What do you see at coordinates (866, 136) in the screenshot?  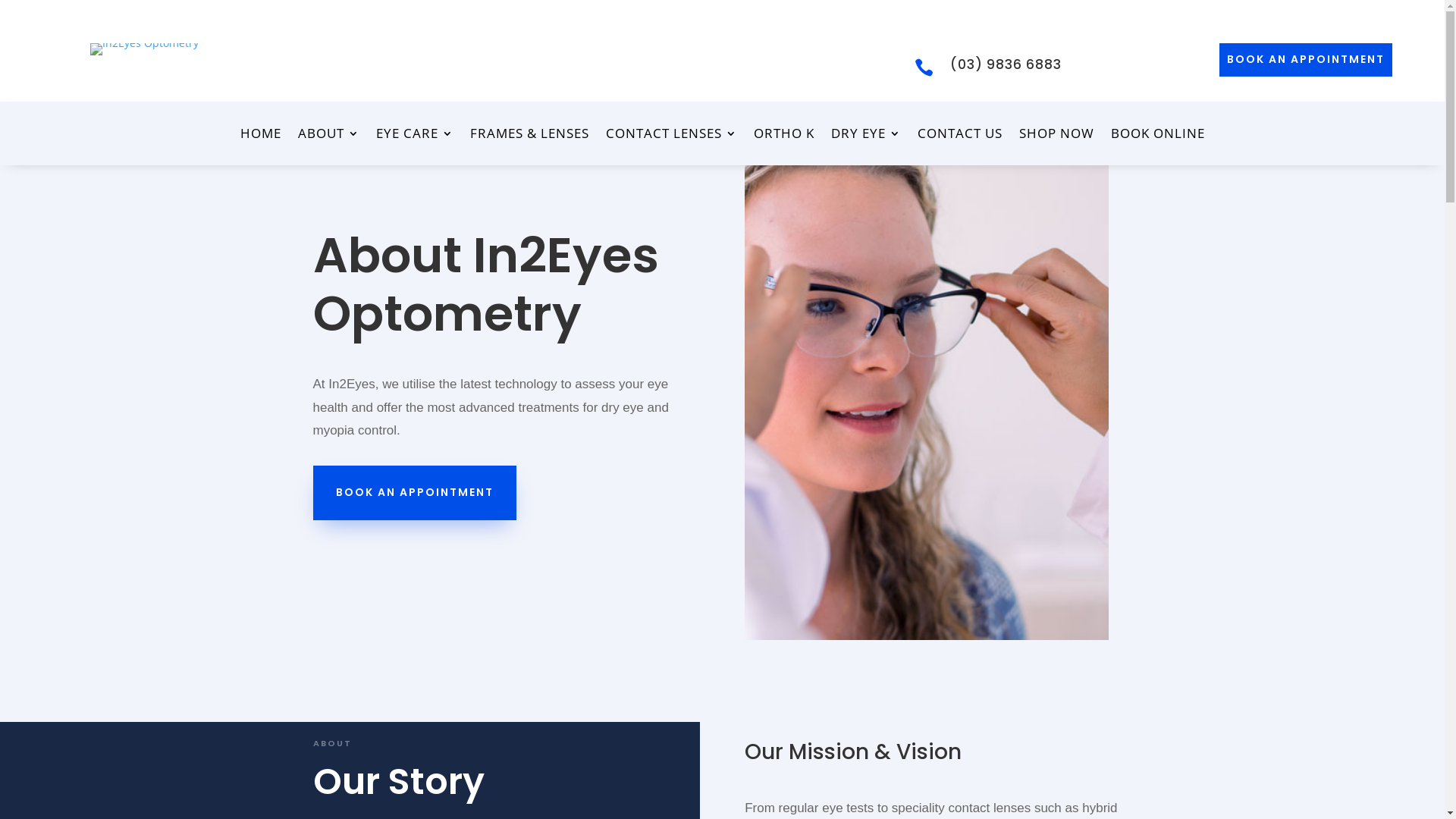 I see `'DRY EYE'` at bounding box center [866, 136].